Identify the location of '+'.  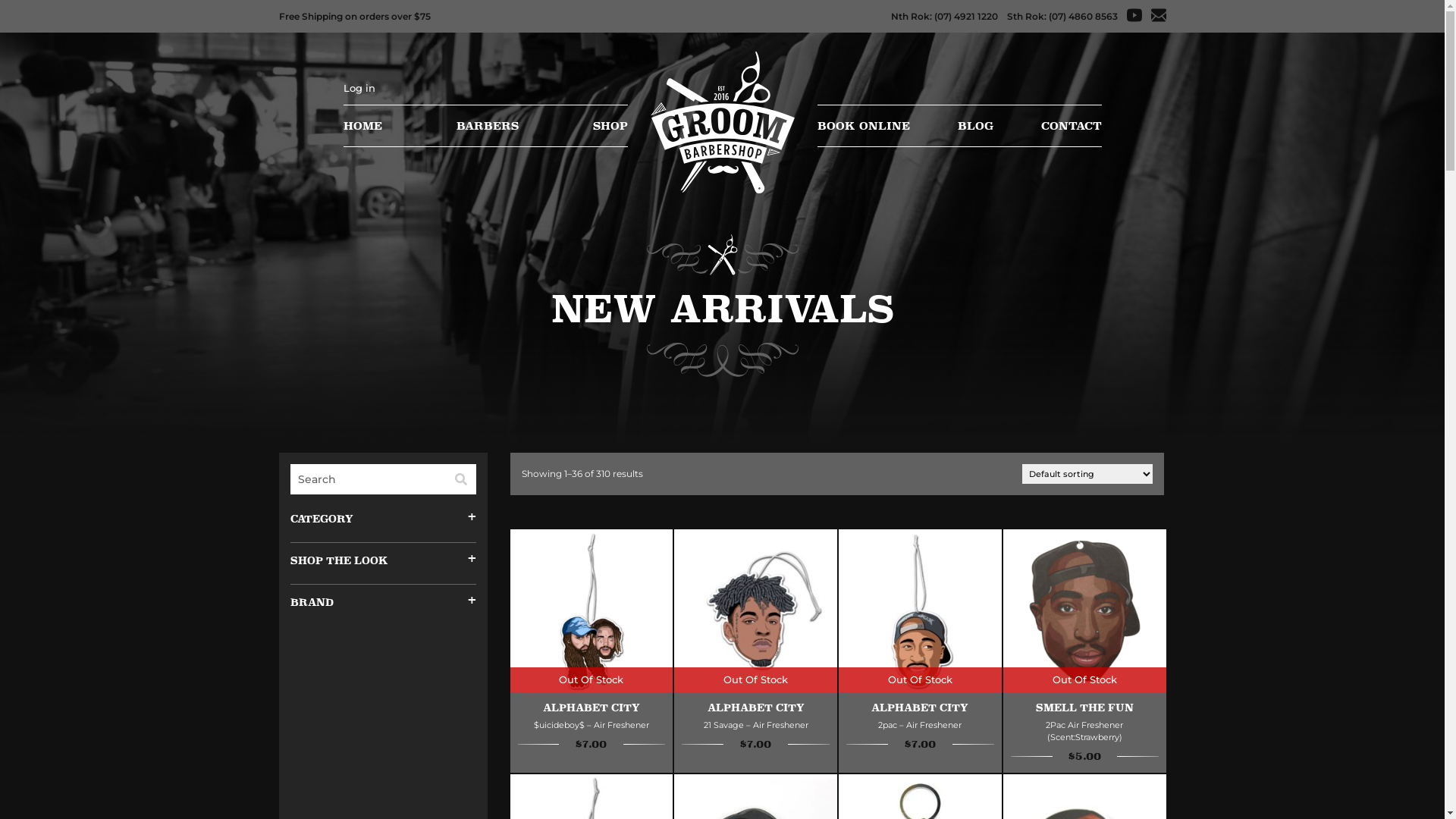
(466, 517).